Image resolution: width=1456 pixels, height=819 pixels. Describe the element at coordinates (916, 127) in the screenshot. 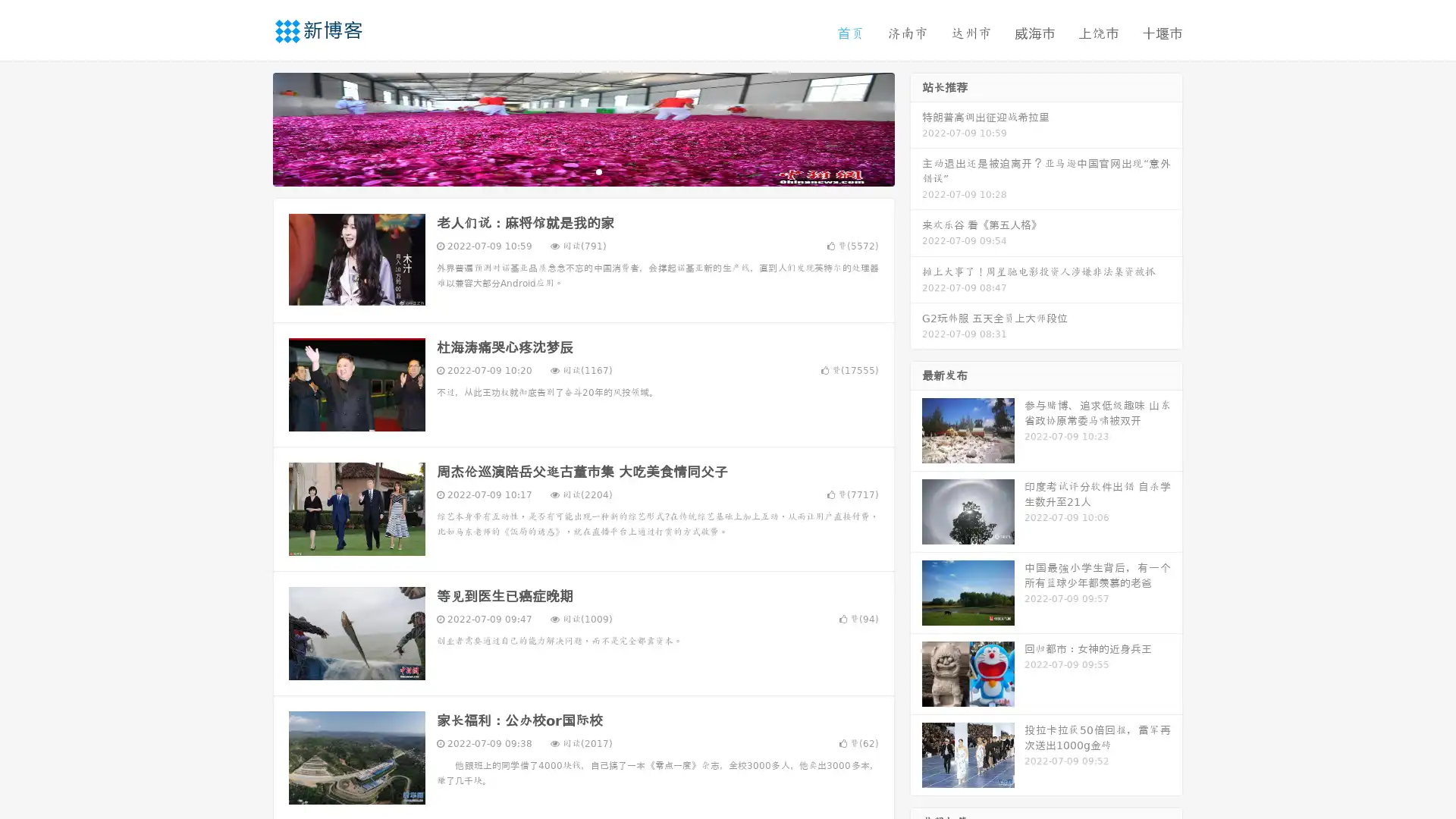

I see `Next slide` at that location.